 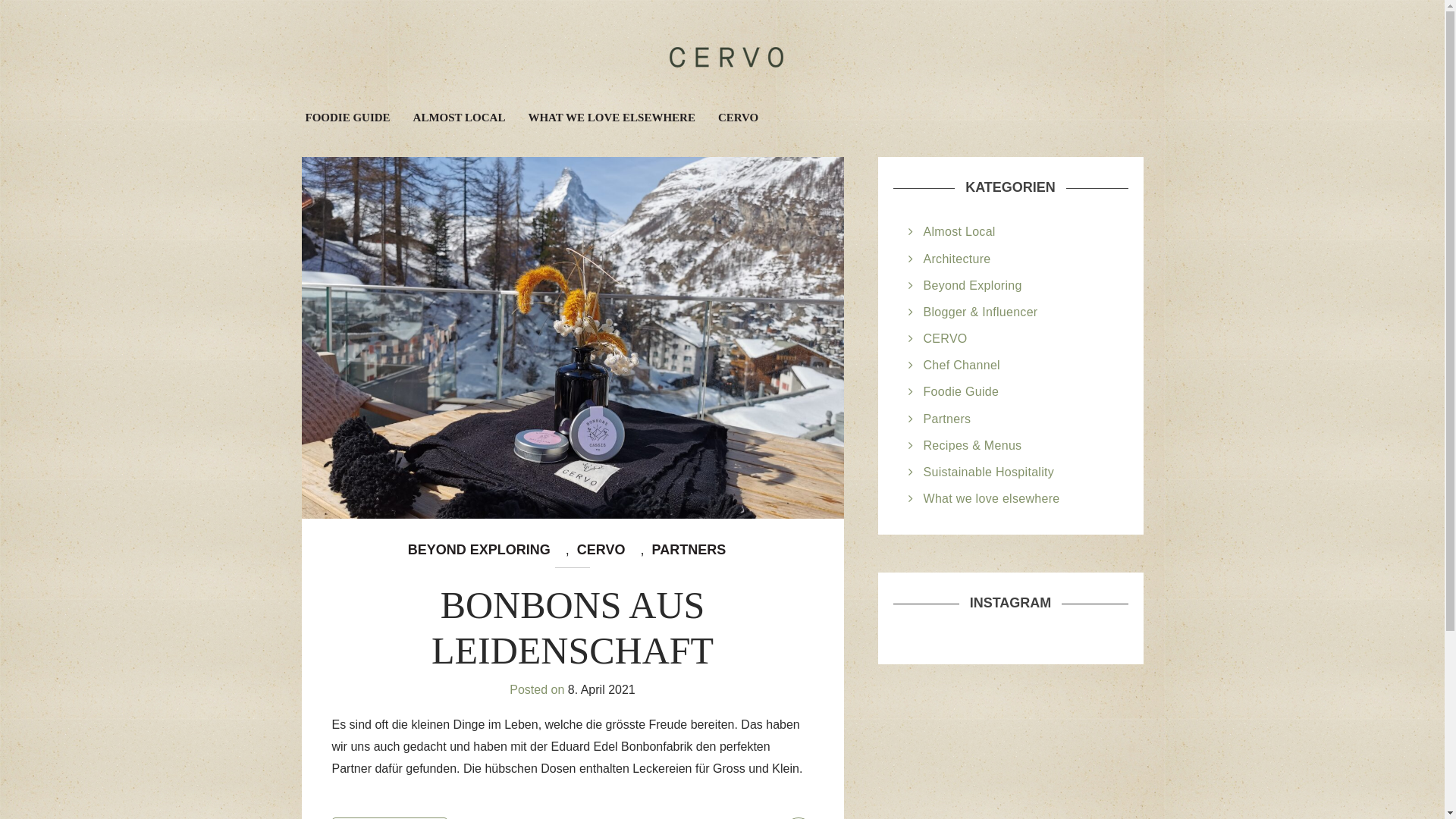 What do you see at coordinates (956, 258) in the screenshot?
I see `'Architecture'` at bounding box center [956, 258].